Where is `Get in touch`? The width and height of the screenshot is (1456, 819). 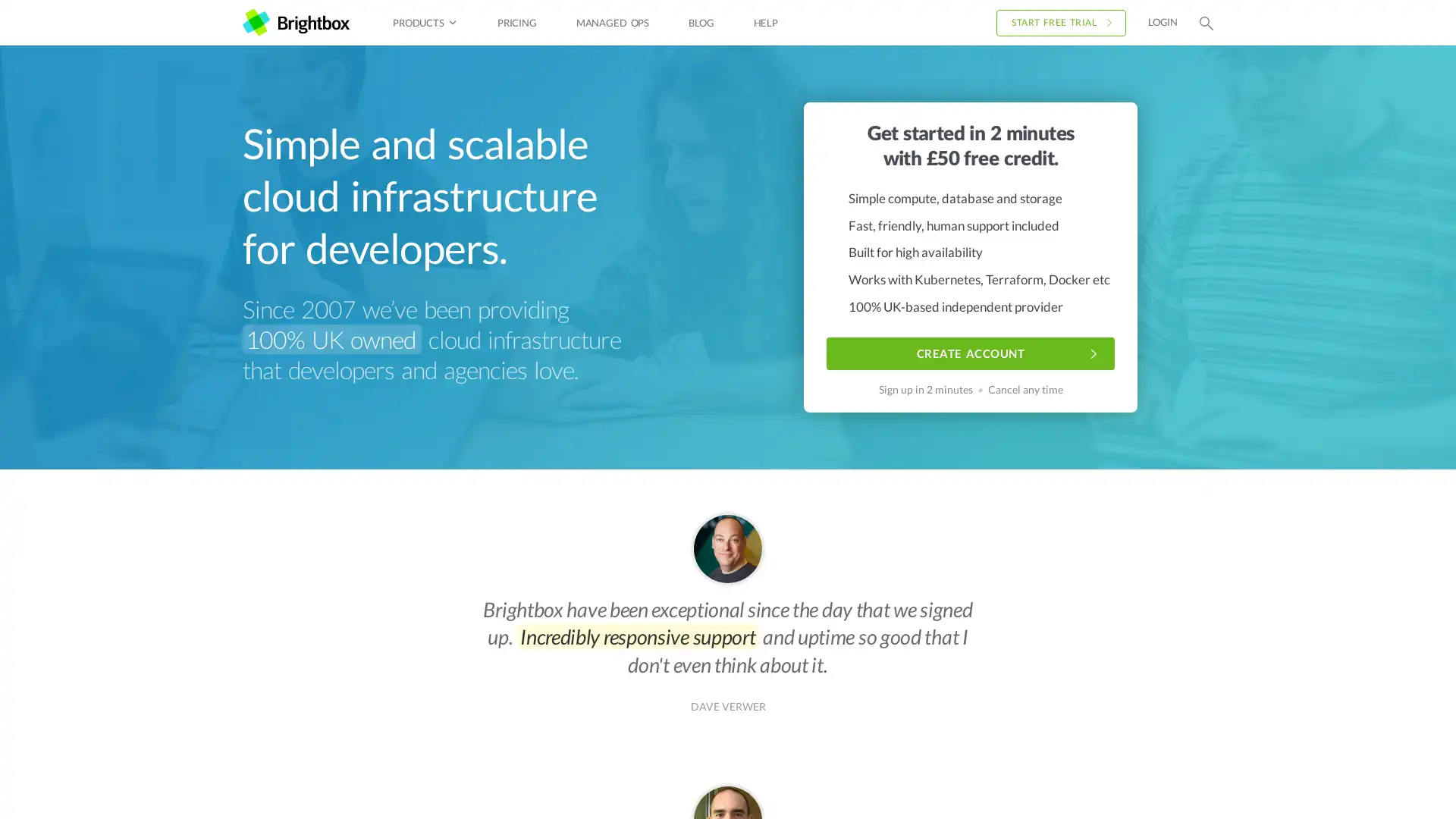 Get in touch is located at coordinates (1372, 784).